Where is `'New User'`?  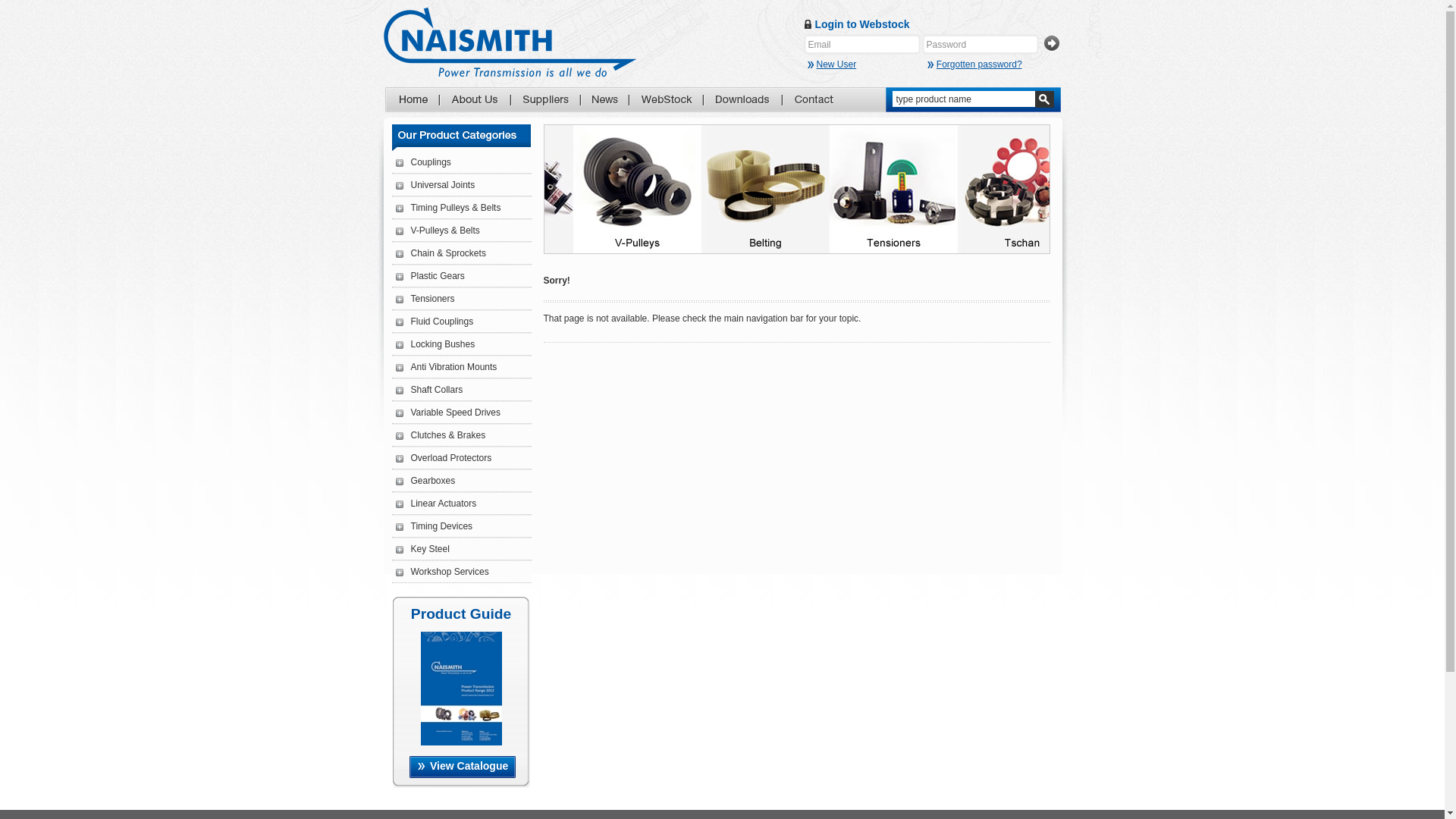 'New User' is located at coordinates (864, 63).